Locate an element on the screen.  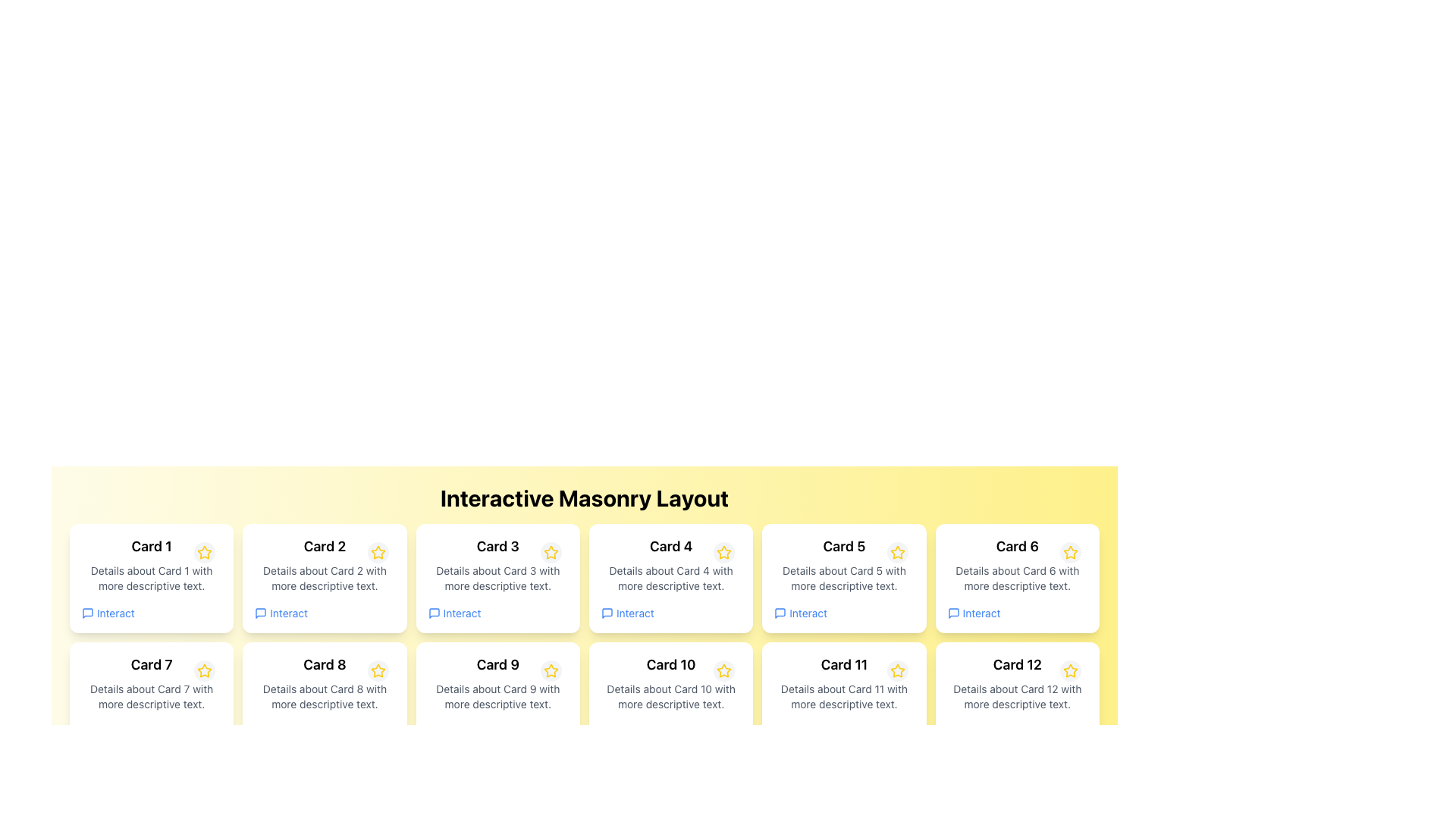
the Text Display element located within 'Card 10,' which provides additional descriptive details and is positioned just below the heading and above the 'Interact' link is located at coordinates (670, 696).